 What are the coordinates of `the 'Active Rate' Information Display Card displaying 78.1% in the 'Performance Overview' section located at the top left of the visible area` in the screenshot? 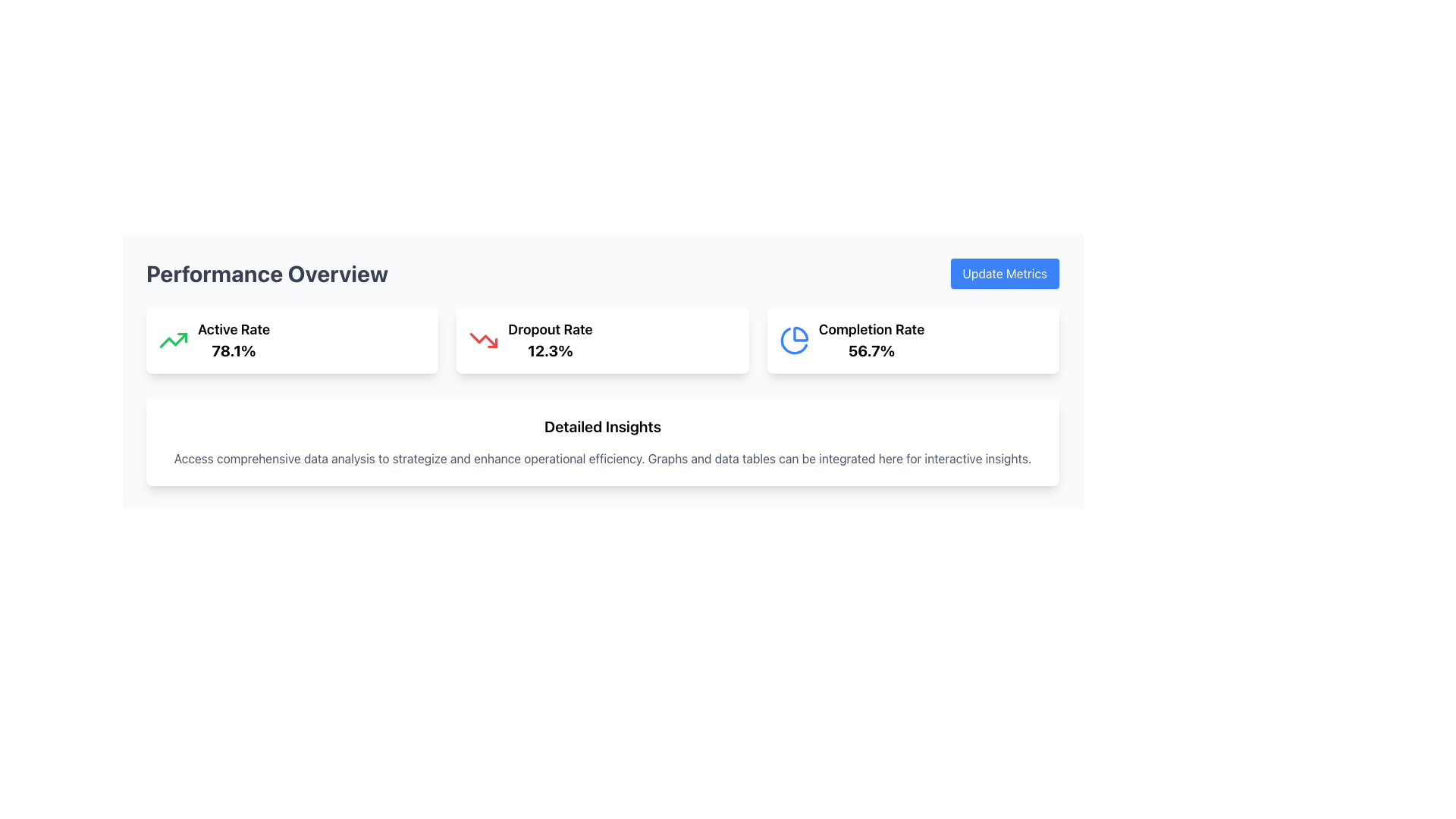 It's located at (213, 339).